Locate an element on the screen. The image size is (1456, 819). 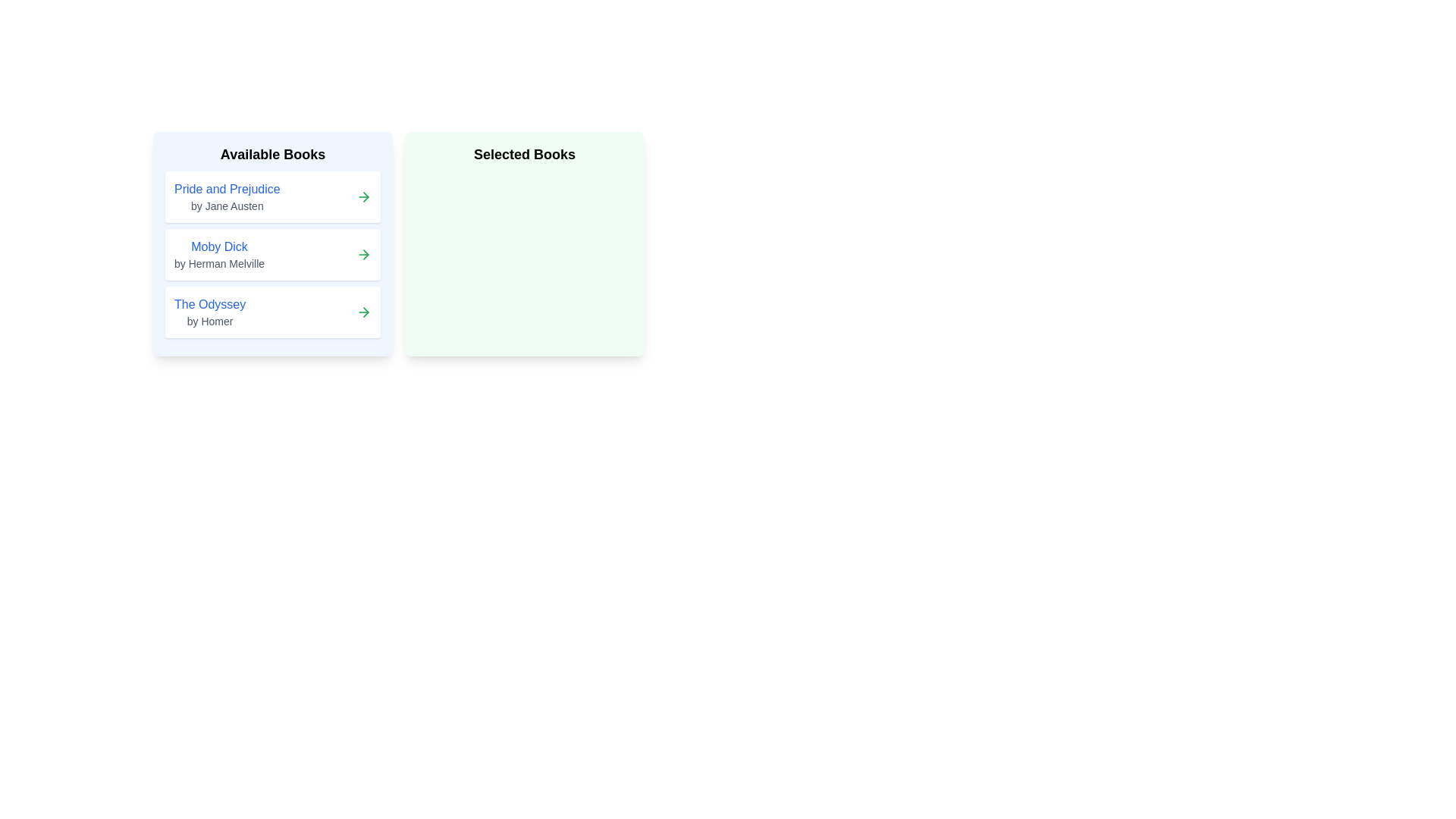
the text label displaying 'by Jane Austen', which is styled in gray and located directly beneath the 'Pride and Prejudice' link in the 'Available Books' section is located at coordinates (226, 206).